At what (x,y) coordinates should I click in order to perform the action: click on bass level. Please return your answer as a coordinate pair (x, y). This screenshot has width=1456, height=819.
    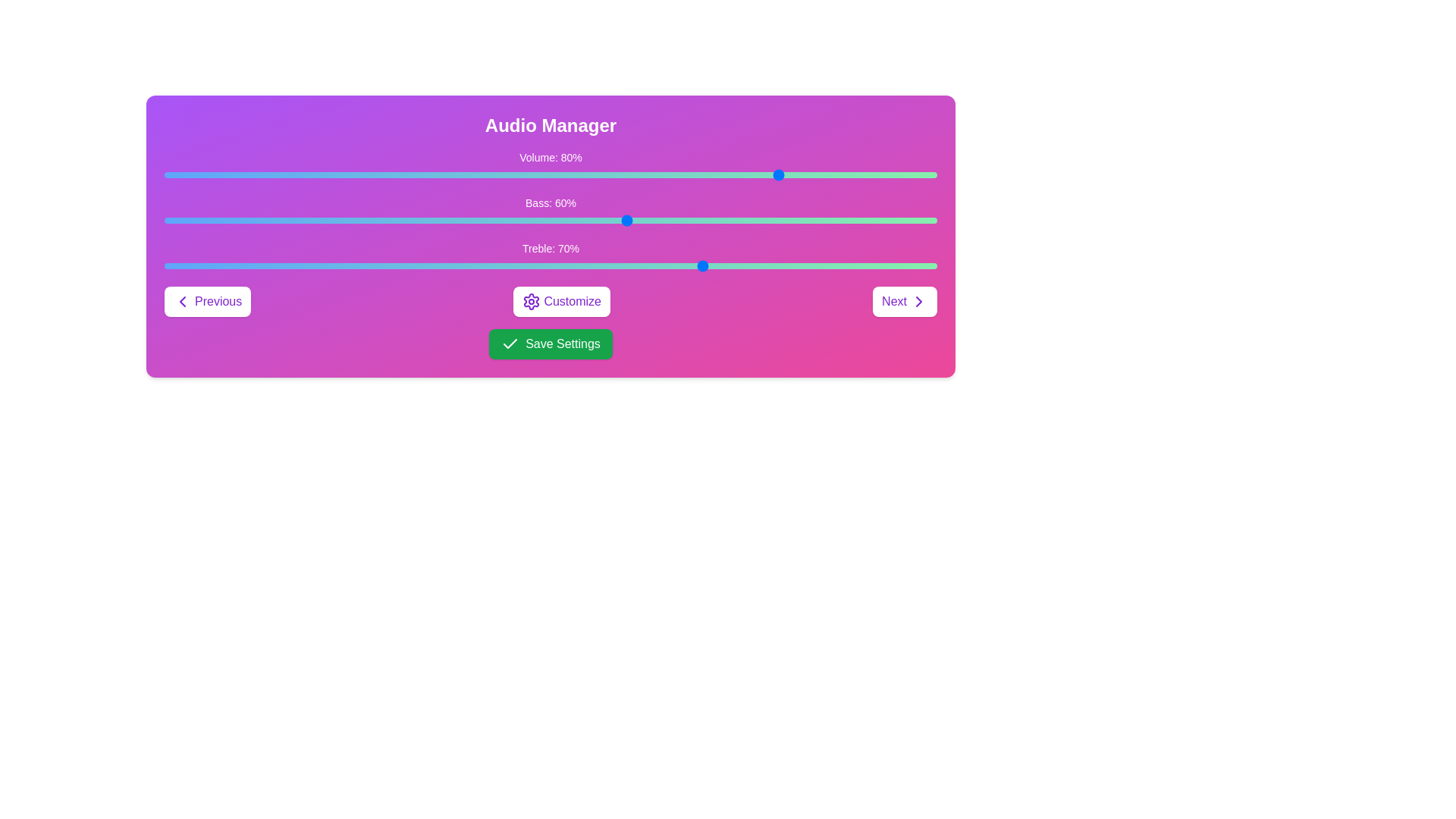
    Looking at the image, I should click on (728, 220).